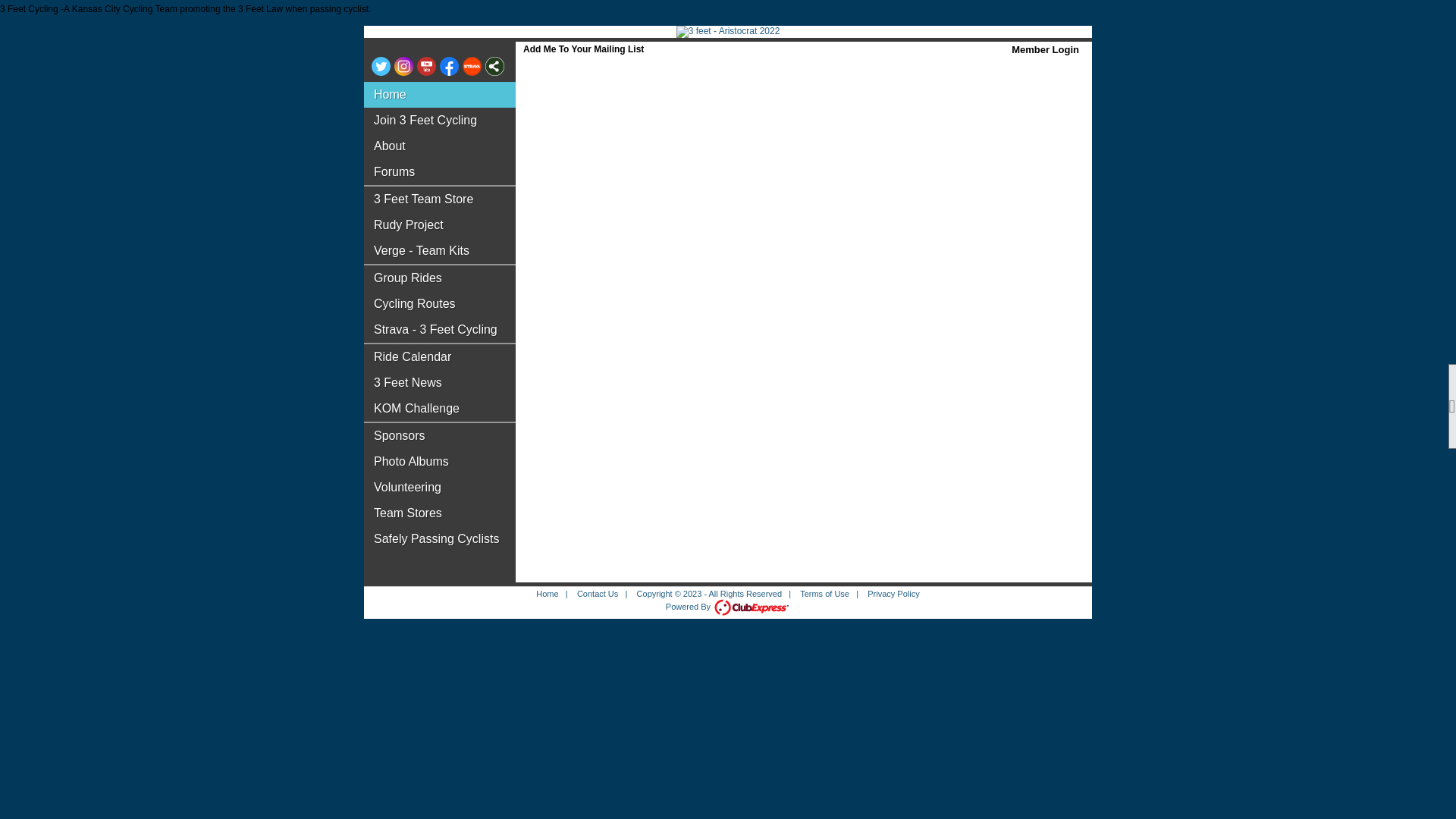 This screenshot has height=819, width=1456. What do you see at coordinates (448, 66) in the screenshot?
I see `'Visit us on Facebook'` at bounding box center [448, 66].